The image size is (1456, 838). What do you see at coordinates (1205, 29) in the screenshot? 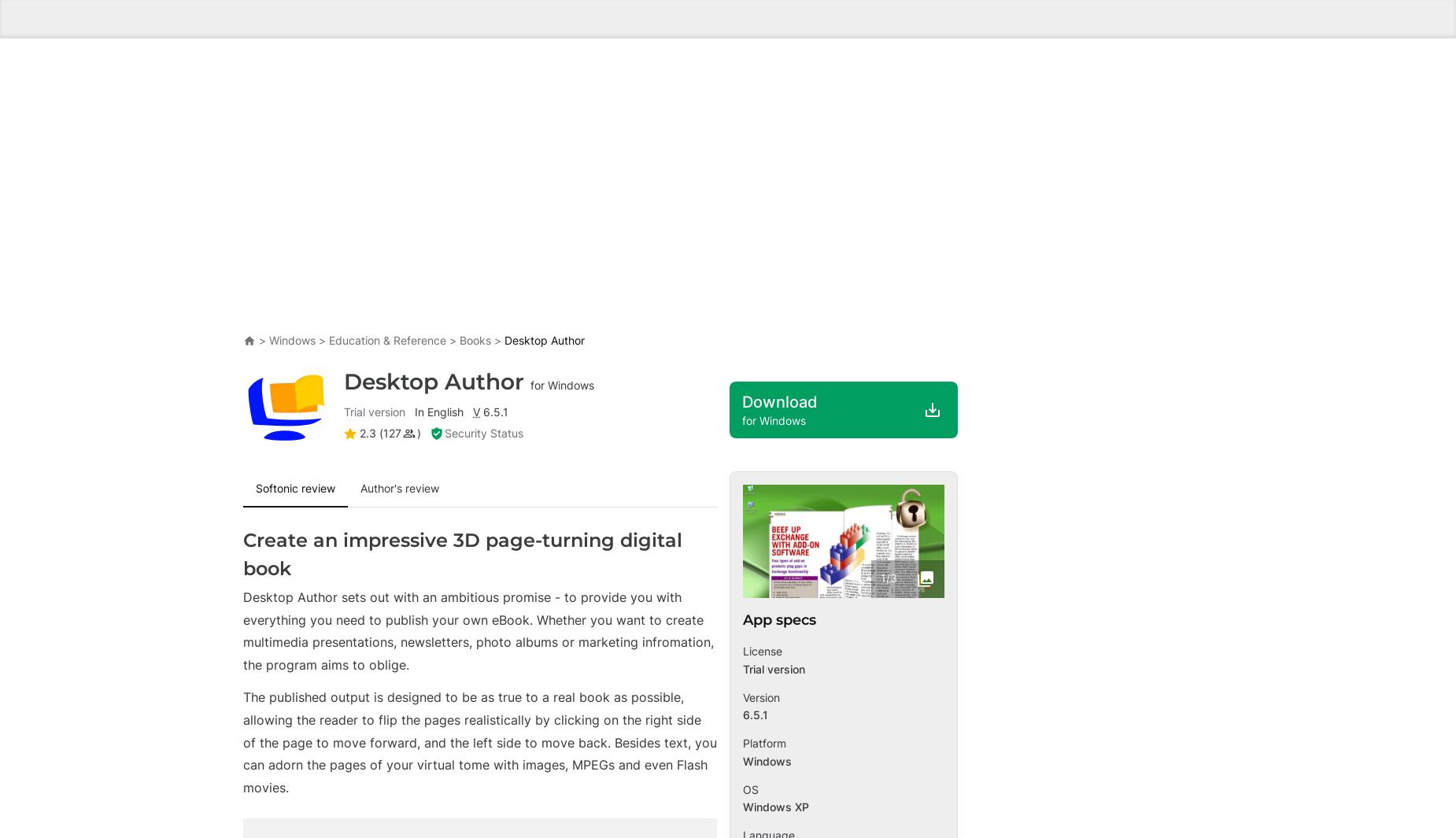
I see `'News'` at bounding box center [1205, 29].